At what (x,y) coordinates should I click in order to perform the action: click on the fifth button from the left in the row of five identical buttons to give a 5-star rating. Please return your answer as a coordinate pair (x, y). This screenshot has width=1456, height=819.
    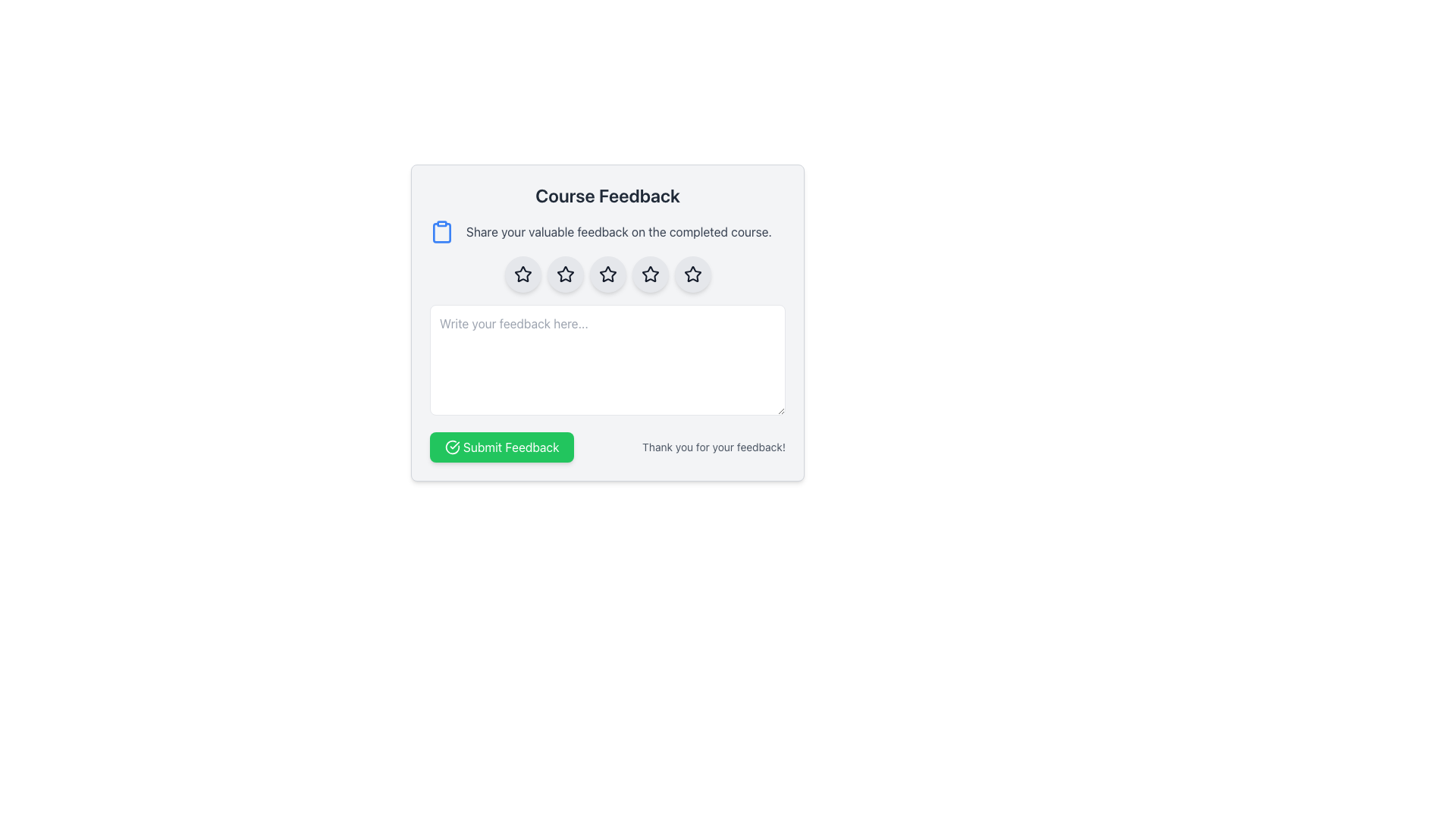
    Looking at the image, I should click on (692, 275).